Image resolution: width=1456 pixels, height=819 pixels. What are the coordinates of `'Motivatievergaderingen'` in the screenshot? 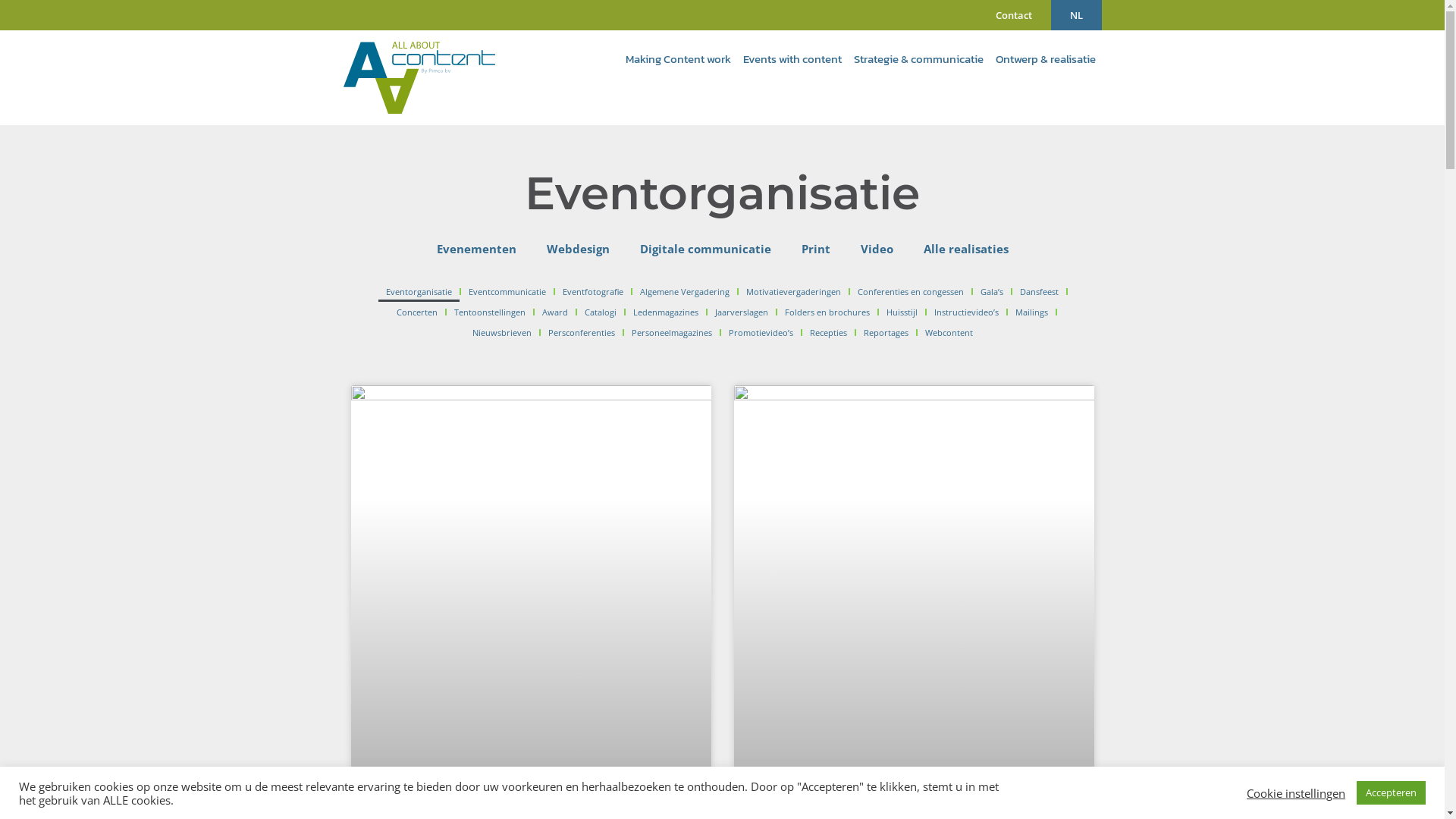 It's located at (792, 291).